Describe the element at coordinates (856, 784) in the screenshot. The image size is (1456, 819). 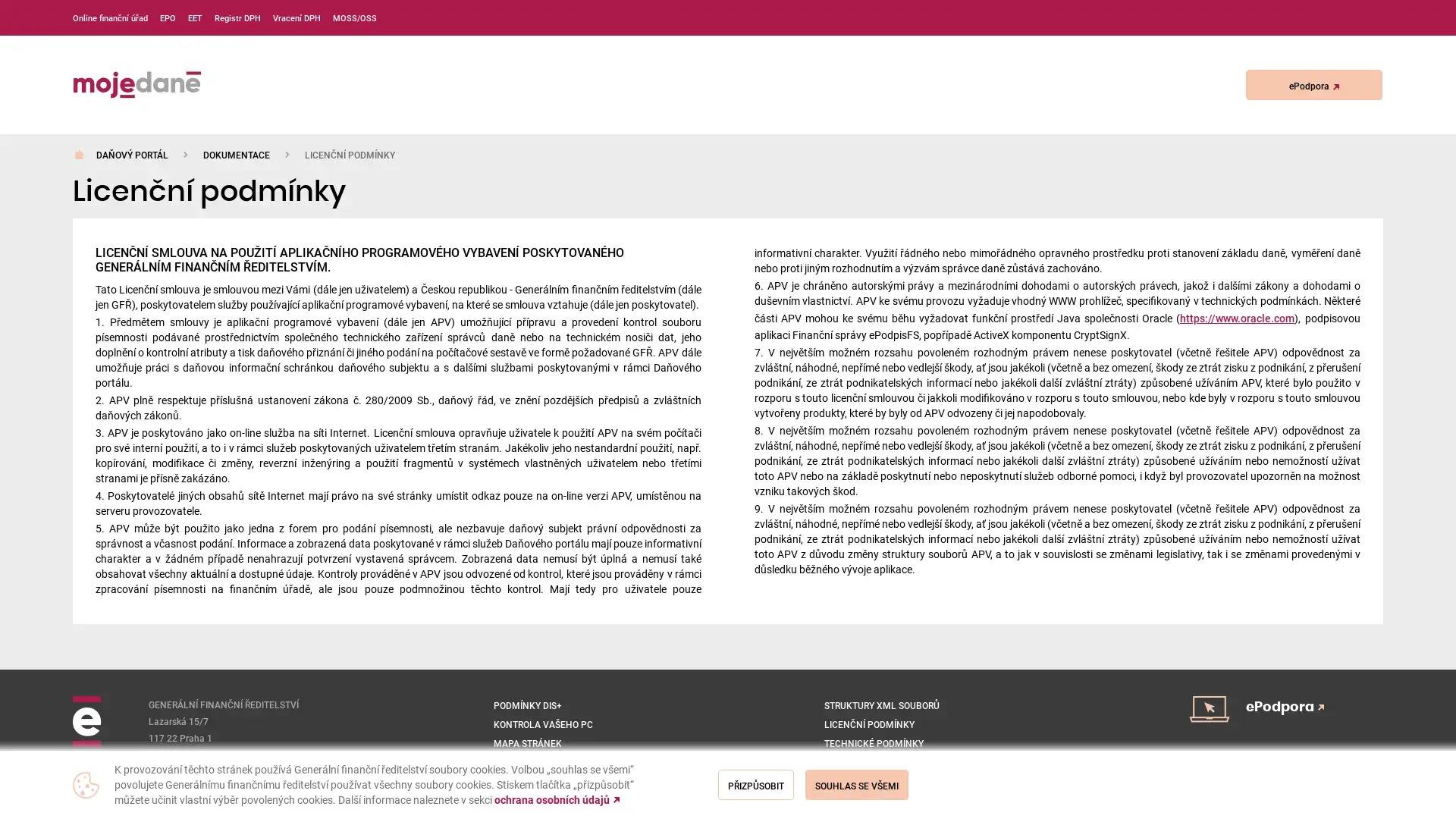
I see `Souhlas se vsemi` at that location.